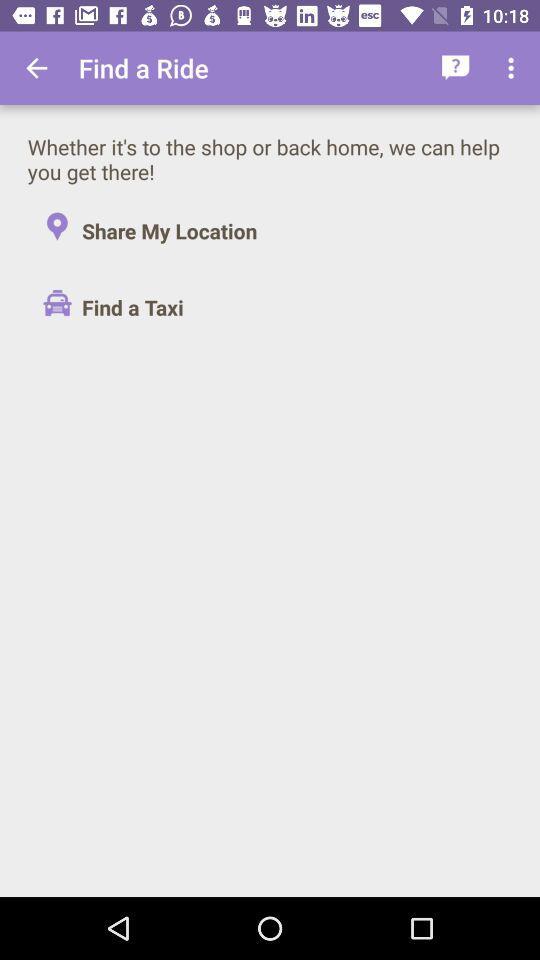 This screenshot has width=540, height=960. What do you see at coordinates (513, 68) in the screenshot?
I see `icon above whether it s item` at bounding box center [513, 68].